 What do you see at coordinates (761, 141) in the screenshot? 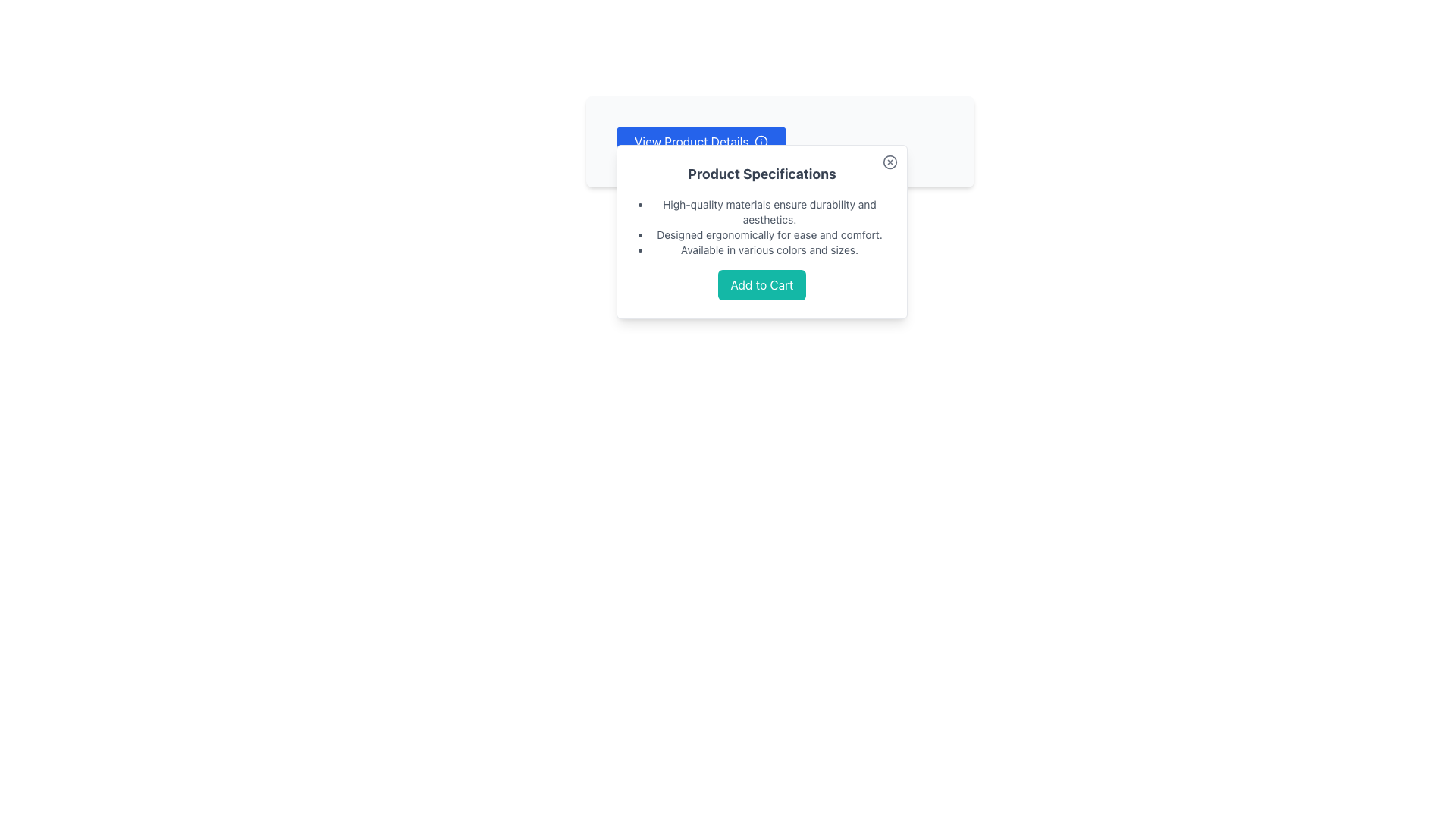
I see `the small circular icon with an 'info' symbol located on the right side of the 'View Product Details' button` at bounding box center [761, 141].